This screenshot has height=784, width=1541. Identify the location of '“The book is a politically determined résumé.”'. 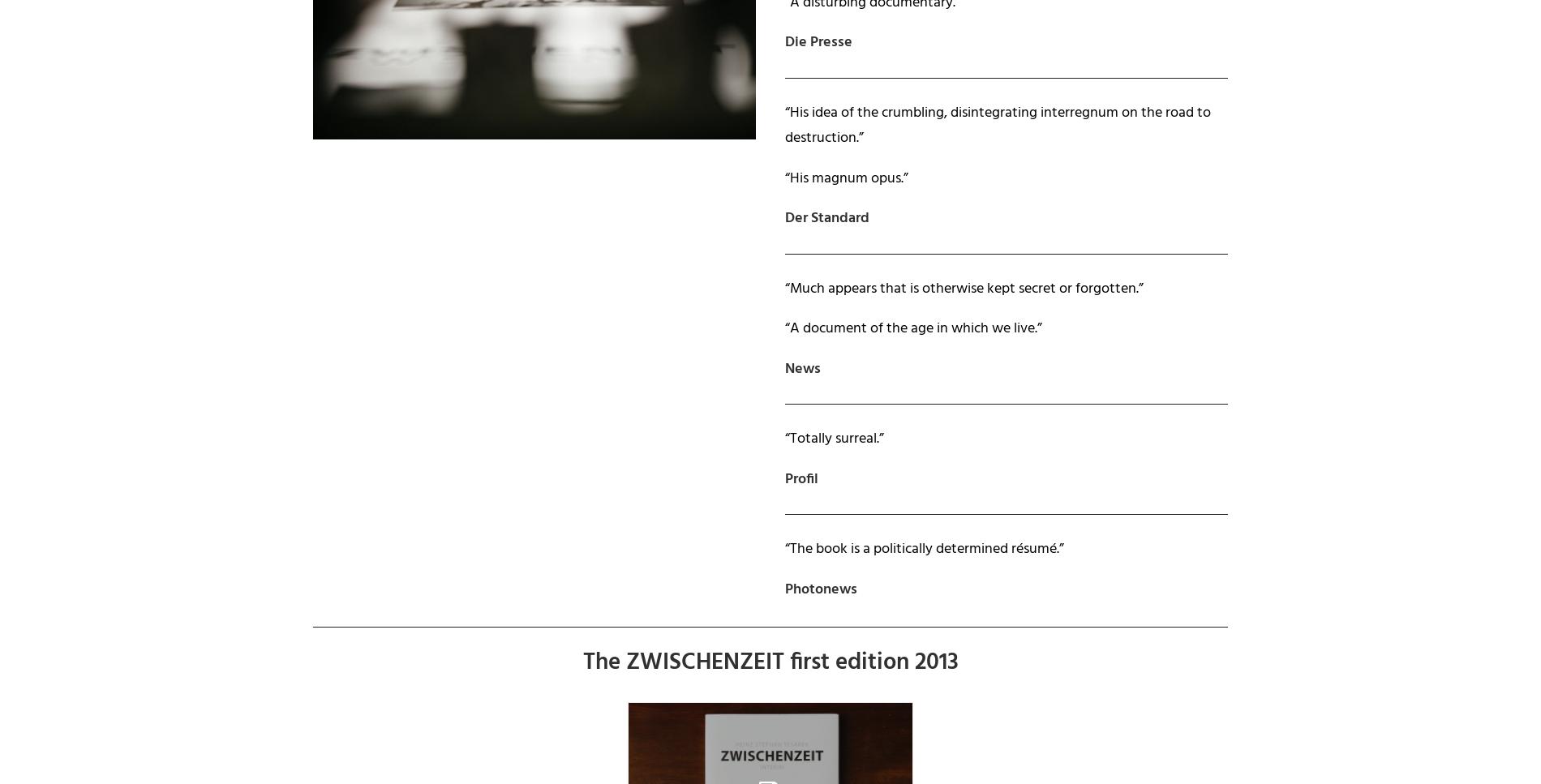
(925, 549).